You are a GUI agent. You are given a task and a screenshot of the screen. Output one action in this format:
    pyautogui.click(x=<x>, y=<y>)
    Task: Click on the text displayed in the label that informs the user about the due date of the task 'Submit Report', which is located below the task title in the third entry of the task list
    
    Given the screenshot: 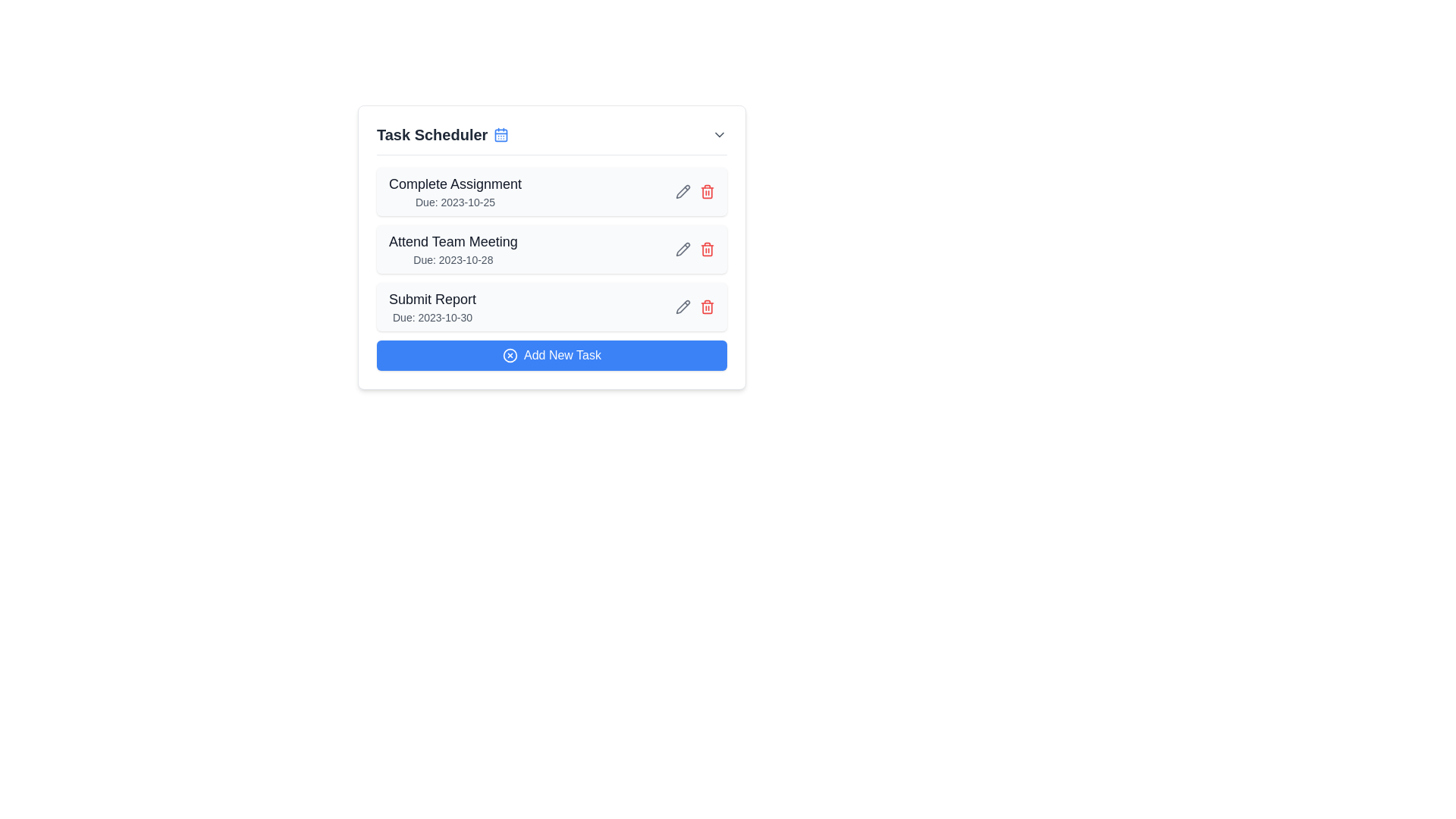 What is the action you would take?
    pyautogui.click(x=431, y=317)
    